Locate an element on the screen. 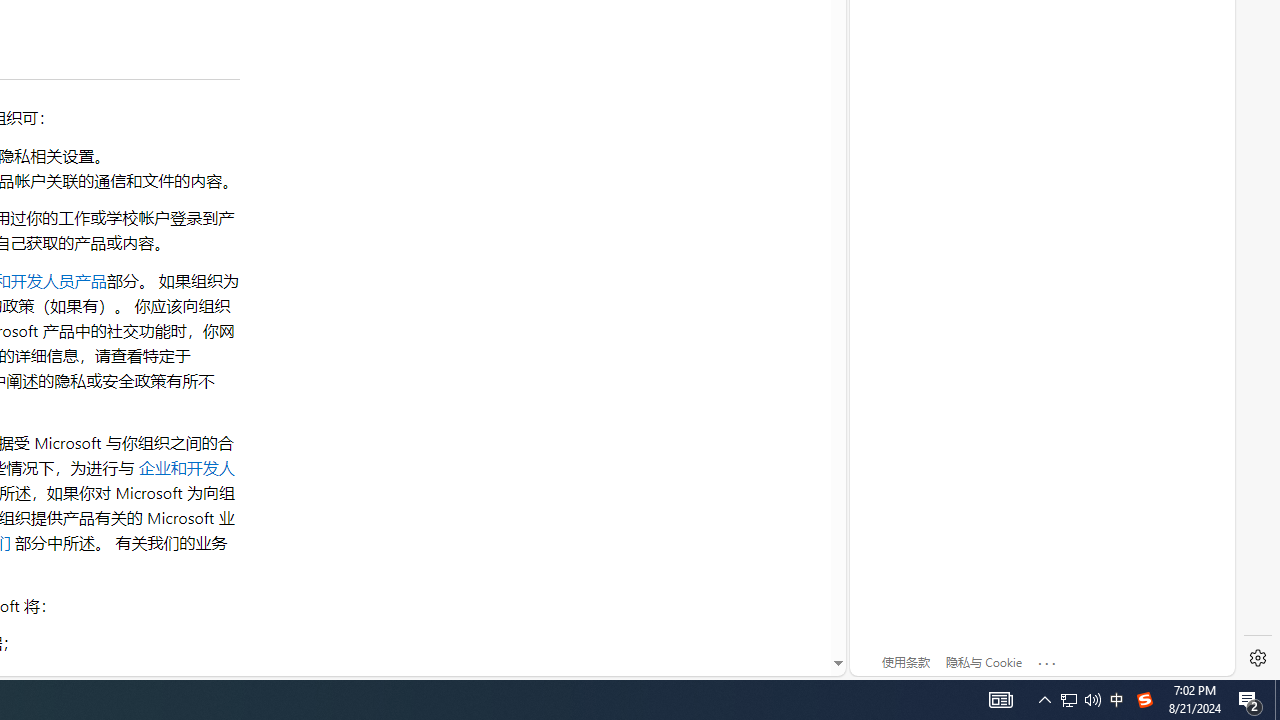  'AutomationID: 4105' is located at coordinates (1000, 698).